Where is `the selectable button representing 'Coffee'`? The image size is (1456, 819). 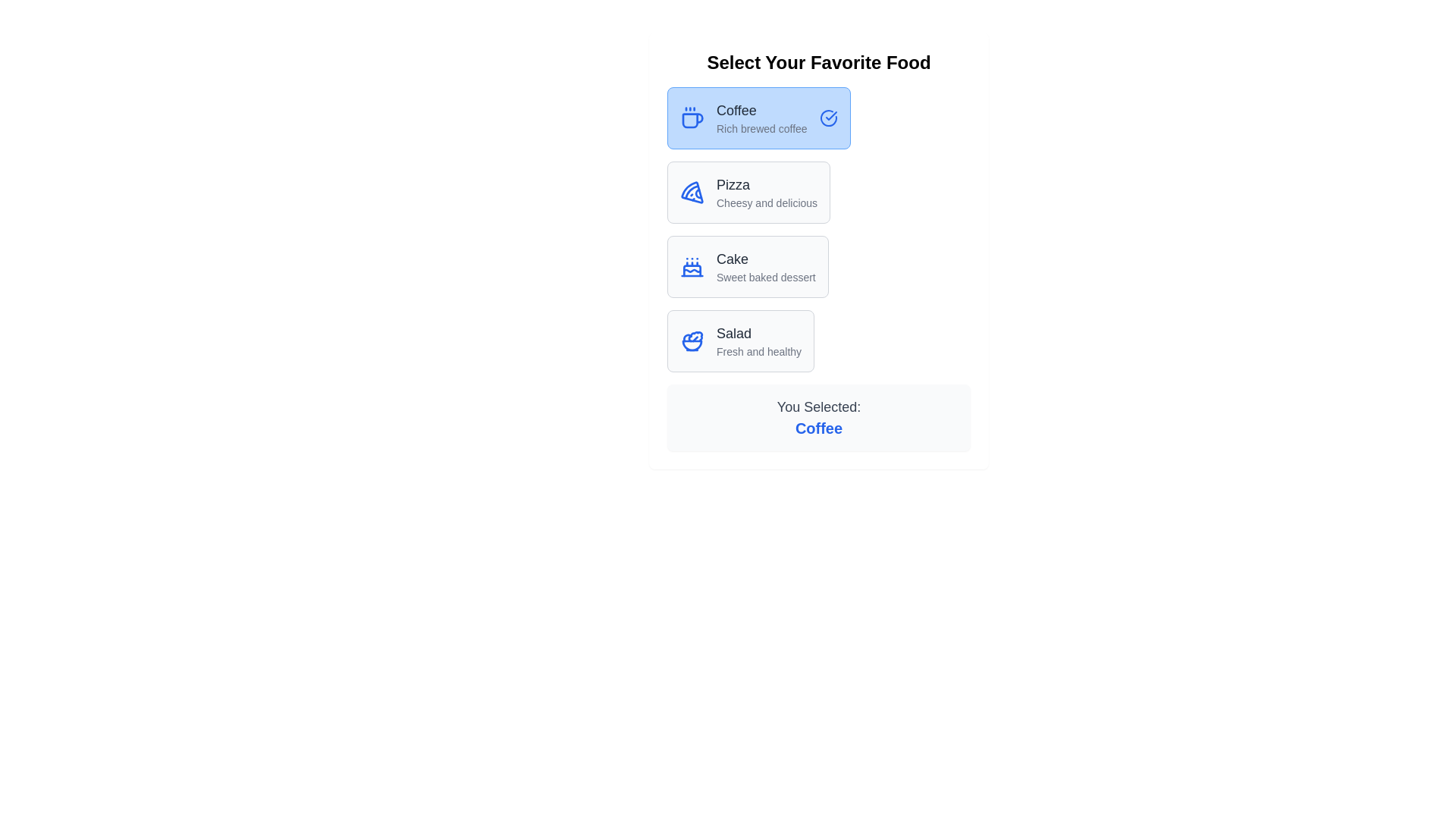 the selectable button representing 'Coffee' is located at coordinates (758, 117).